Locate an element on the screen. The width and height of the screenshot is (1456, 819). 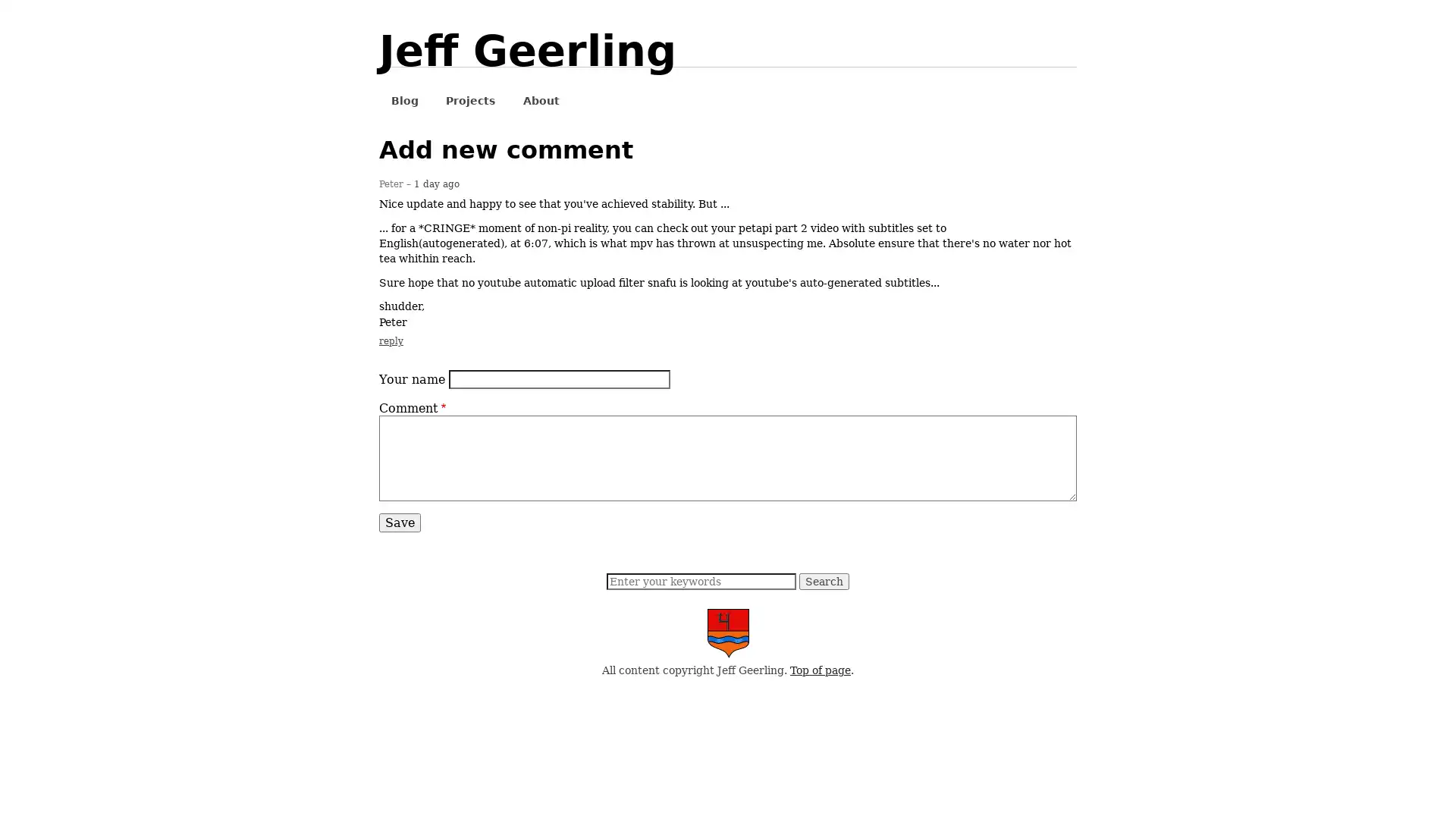
Save is located at coordinates (400, 521).